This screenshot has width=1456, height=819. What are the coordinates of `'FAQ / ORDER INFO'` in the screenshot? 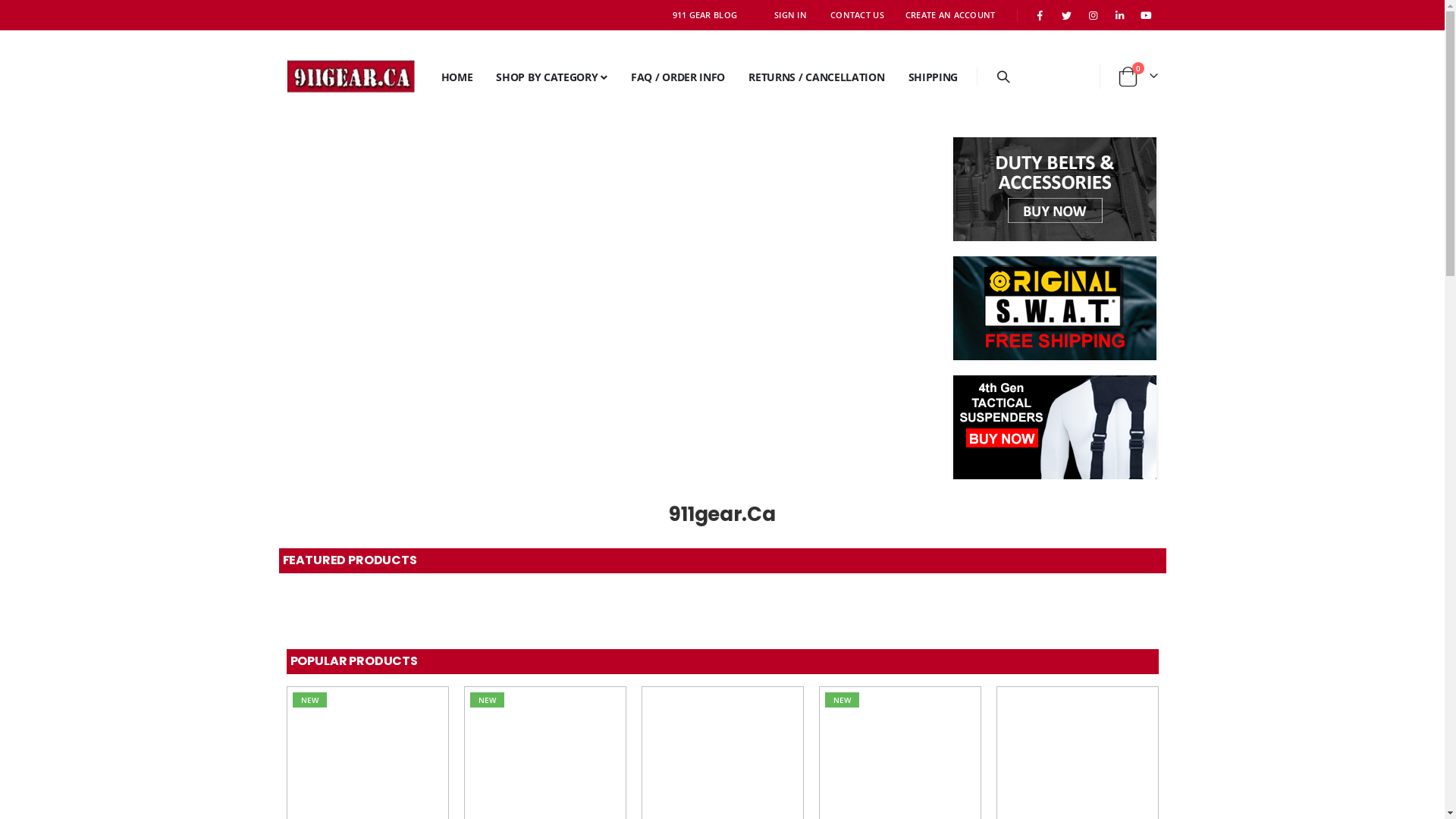 It's located at (615, 76).